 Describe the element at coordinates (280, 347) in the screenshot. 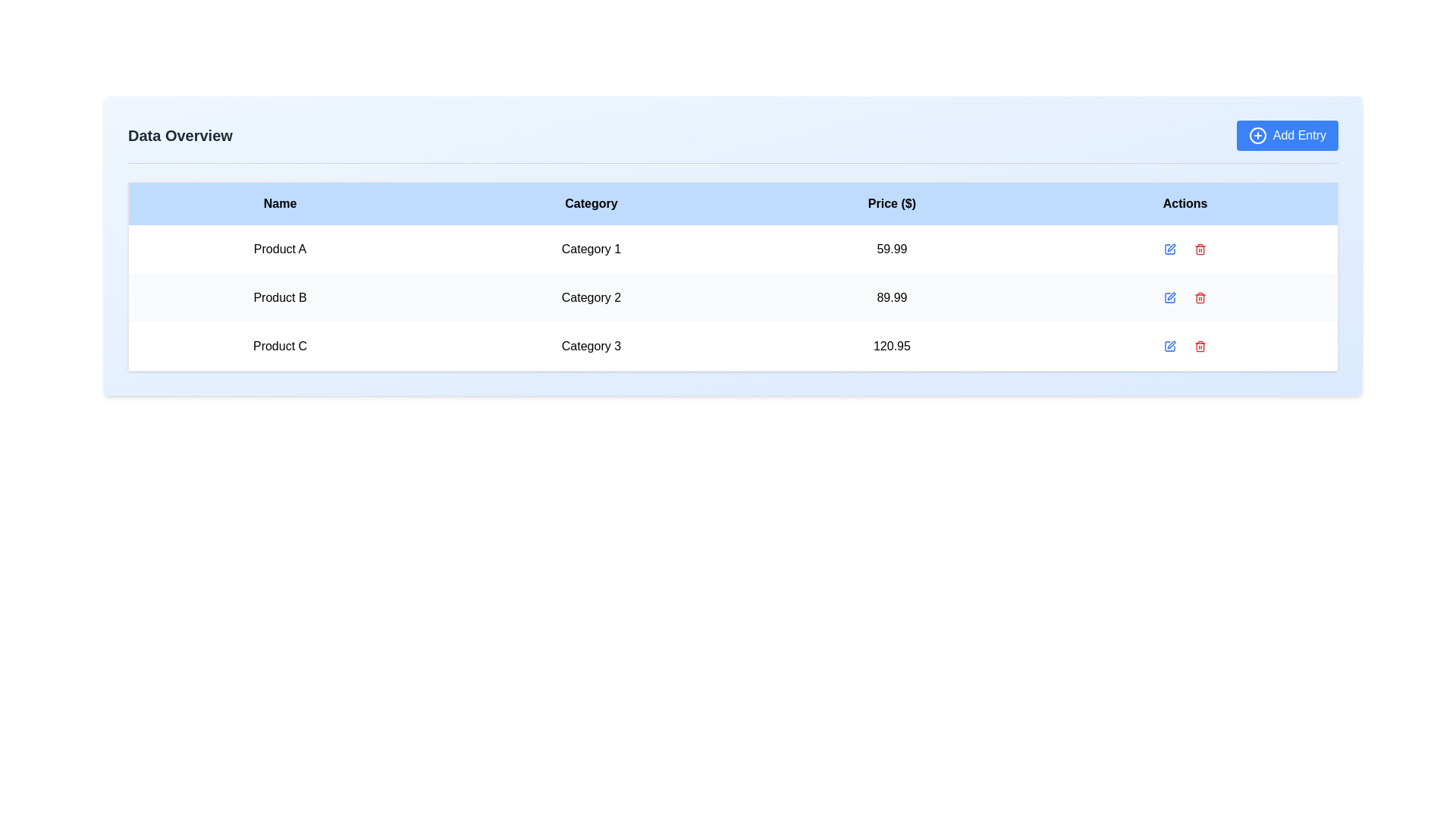

I see `the text label displaying the product name, located in the first cell of the third row of the table under the 'Name' column` at that location.